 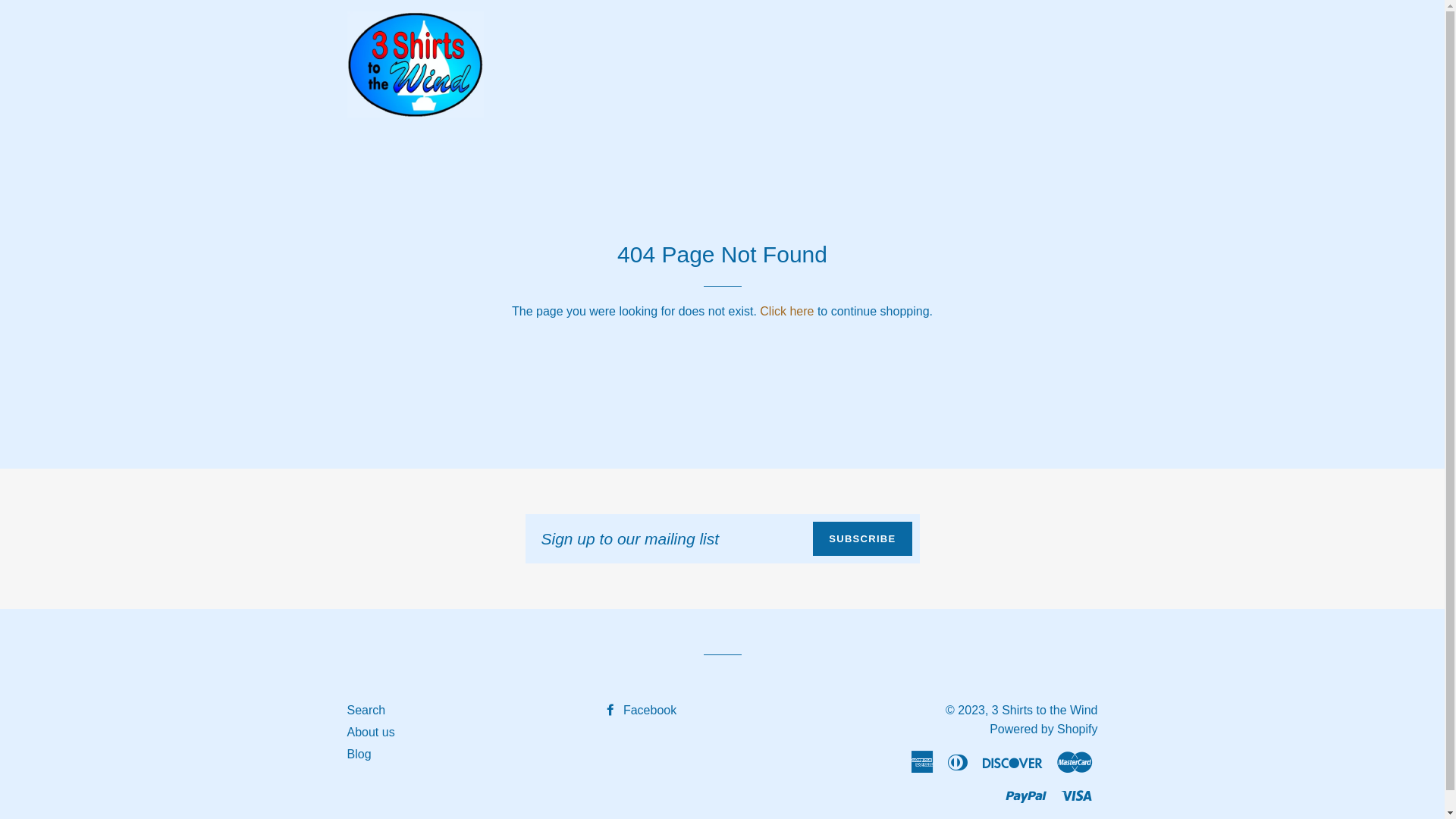 What do you see at coordinates (603, 710) in the screenshot?
I see `'Facebook'` at bounding box center [603, 710].